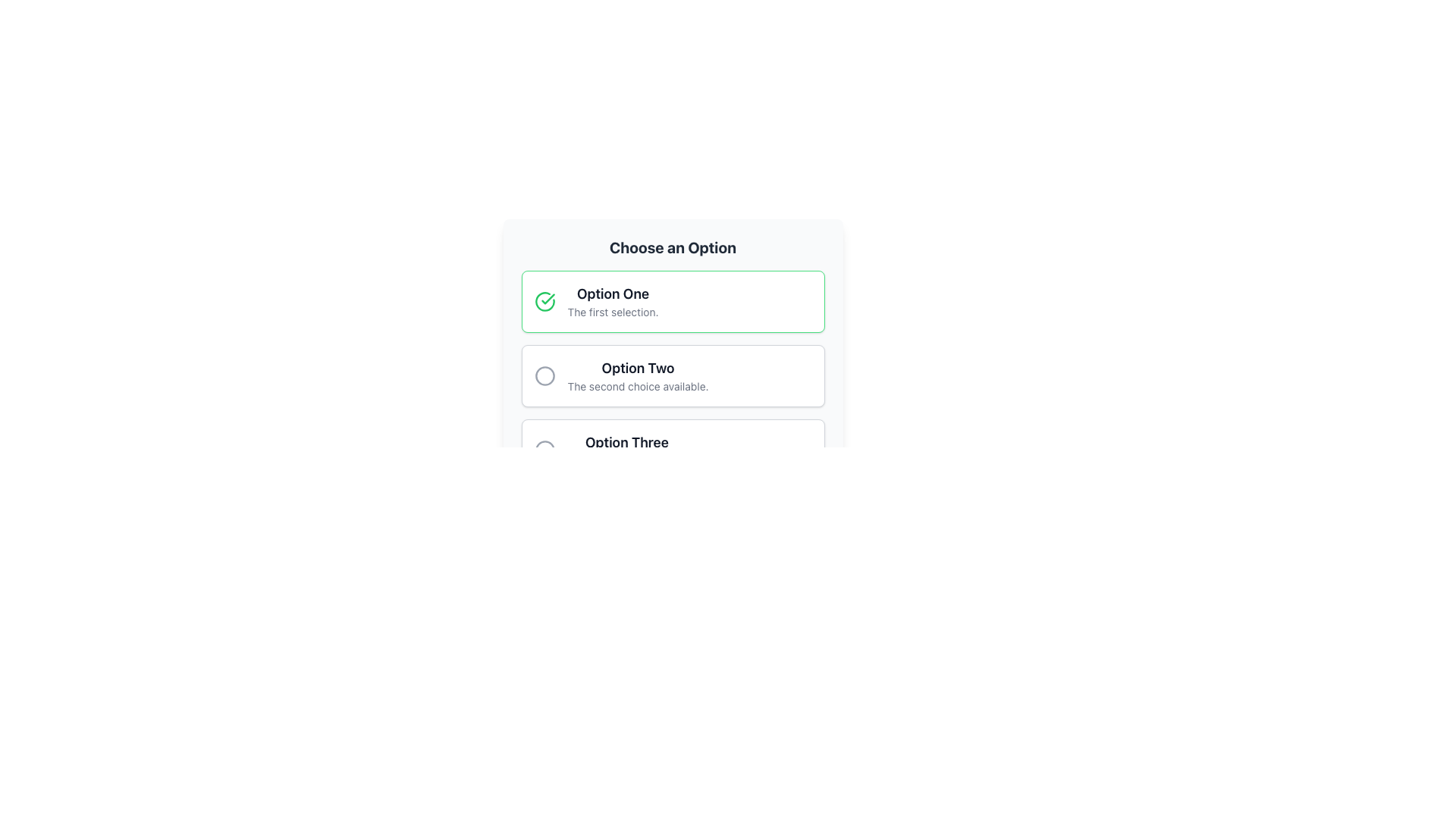 Image resolution: width=1456 pixels, height=819 pixels. What do you see at coordinates (638, 385) in the screenshot?
I see `detailed description text element positioned directly underneath the 'Option Two' title in the card-like structure` at bounding box center [638, 385].